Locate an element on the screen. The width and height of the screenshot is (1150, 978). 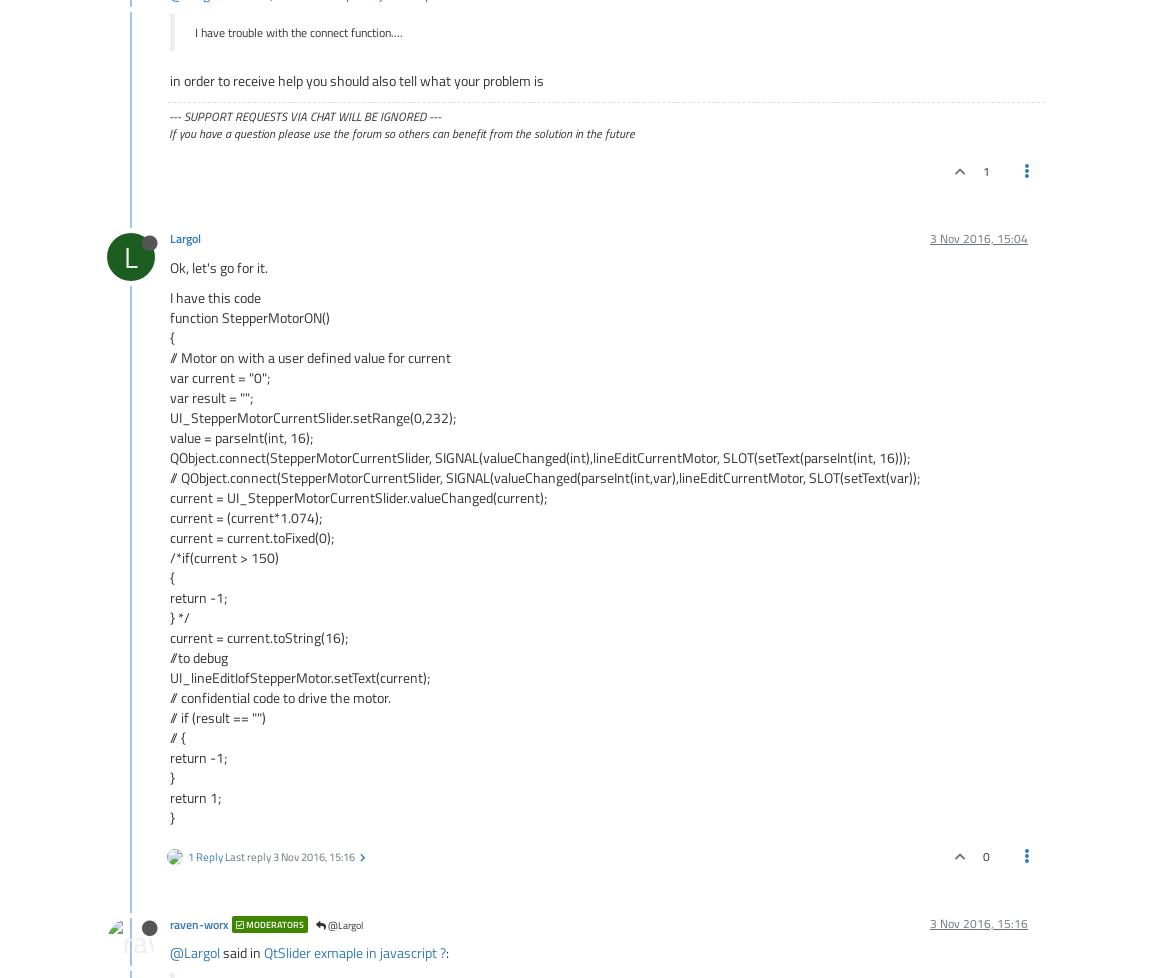
'/*if(current > 150)' is located at coordinates (223, 556).